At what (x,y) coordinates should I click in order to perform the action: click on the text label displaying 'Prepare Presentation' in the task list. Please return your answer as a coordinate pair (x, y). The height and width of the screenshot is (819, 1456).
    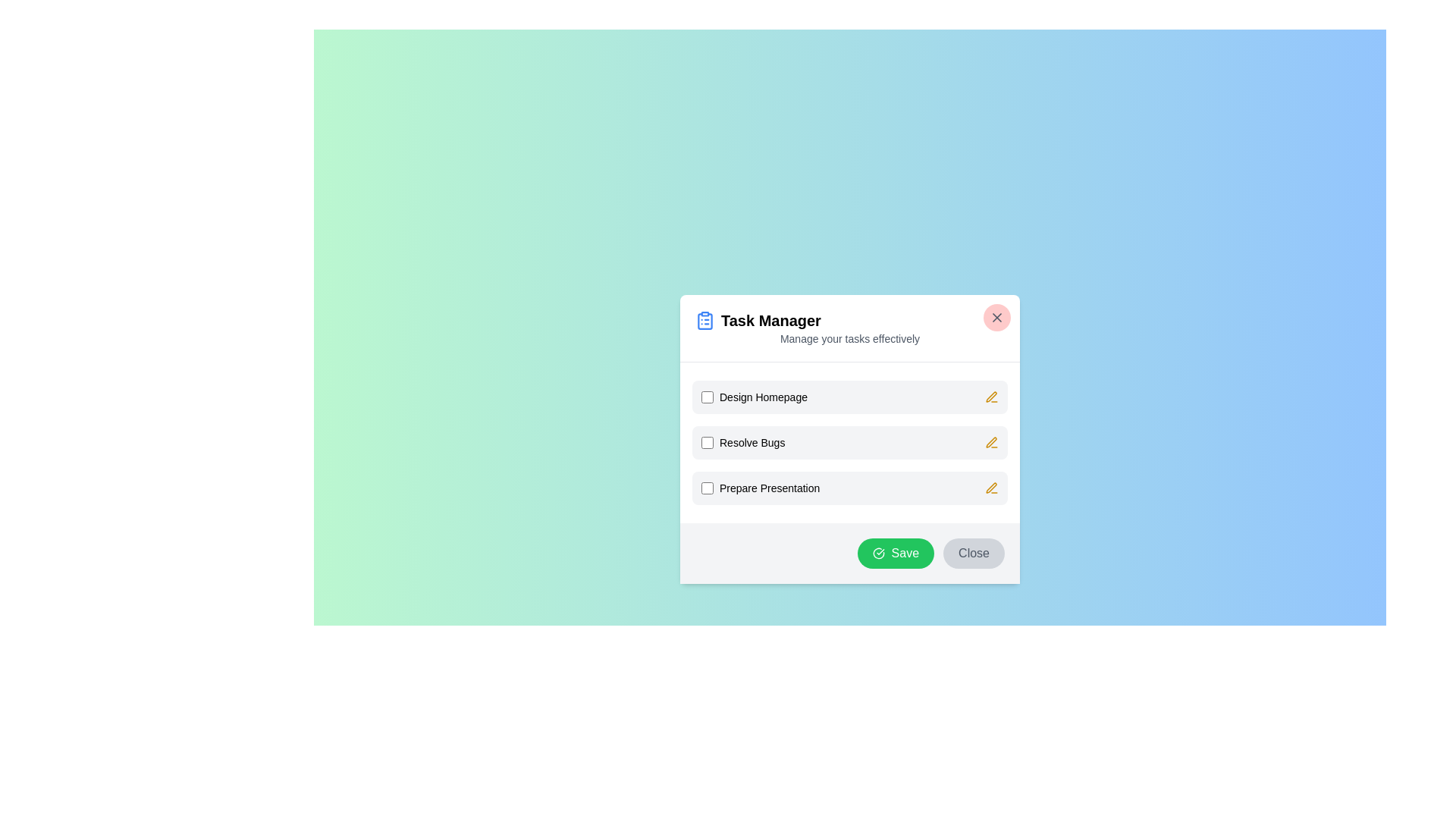
    Looking at the image, I should click on (770, 488).